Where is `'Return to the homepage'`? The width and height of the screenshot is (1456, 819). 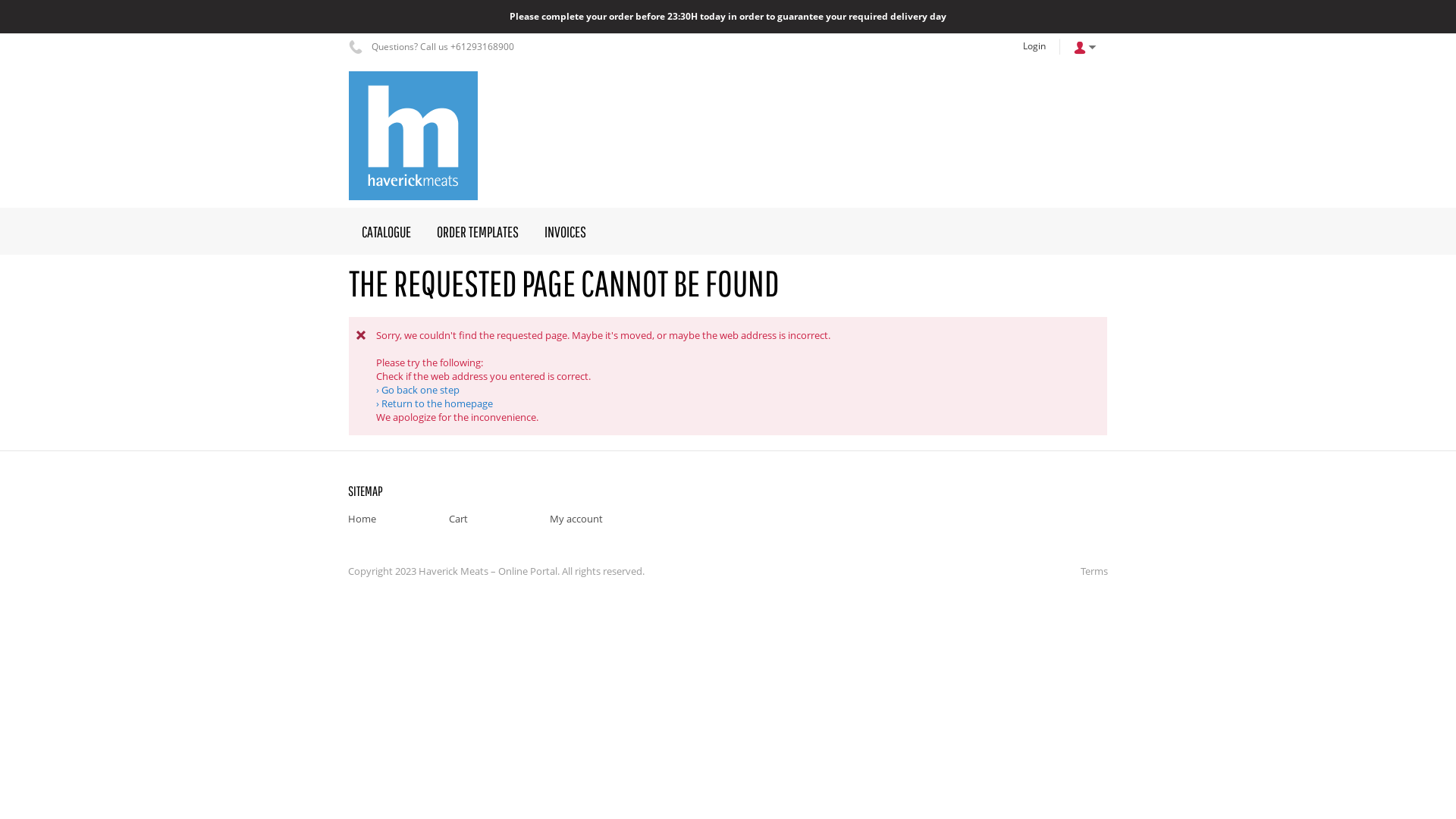 'Return to the homepage' is located at coordinates (433, 403).